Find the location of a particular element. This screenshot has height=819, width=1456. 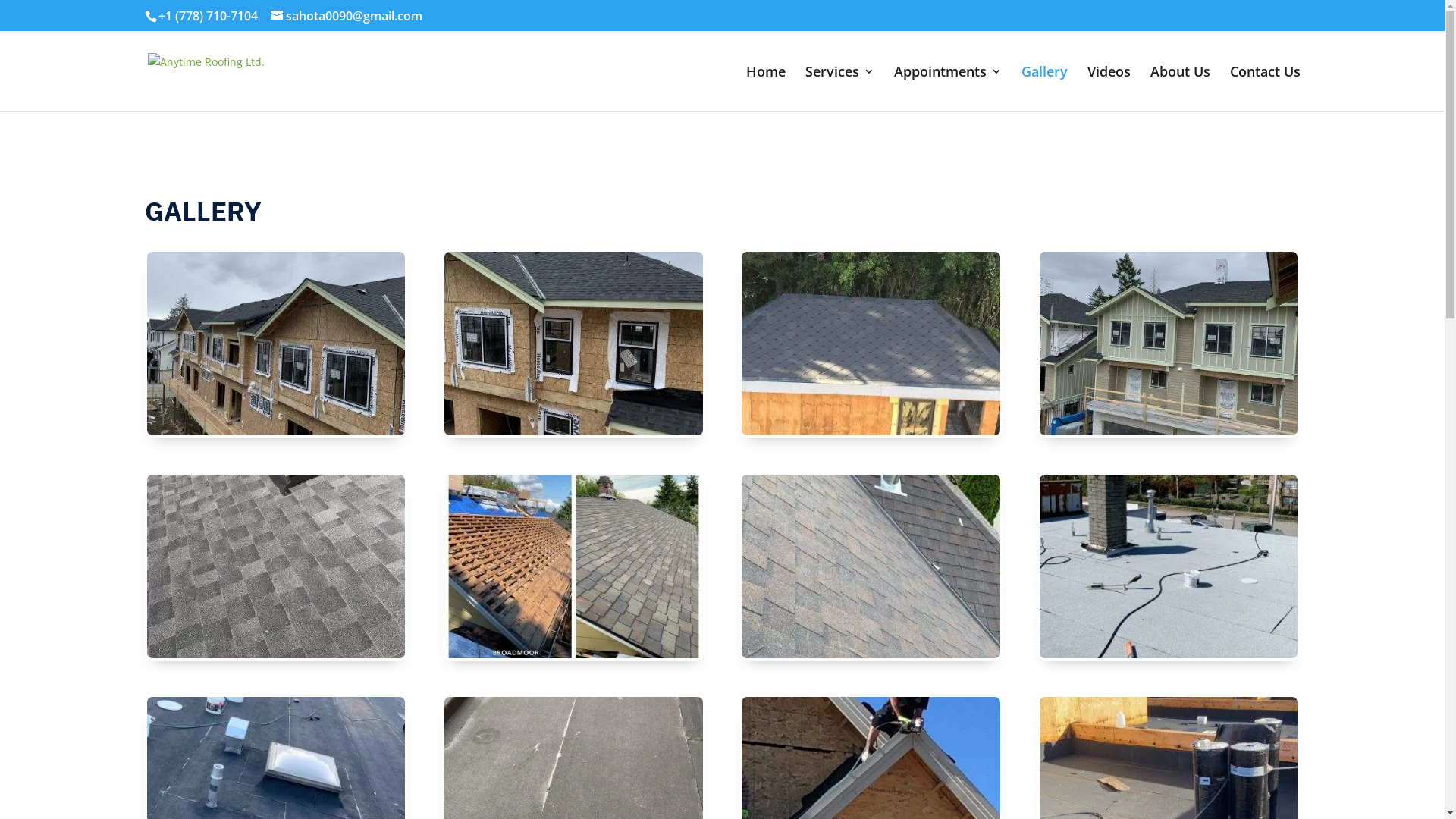

'Videos' is located at coordinates (1109, 88).